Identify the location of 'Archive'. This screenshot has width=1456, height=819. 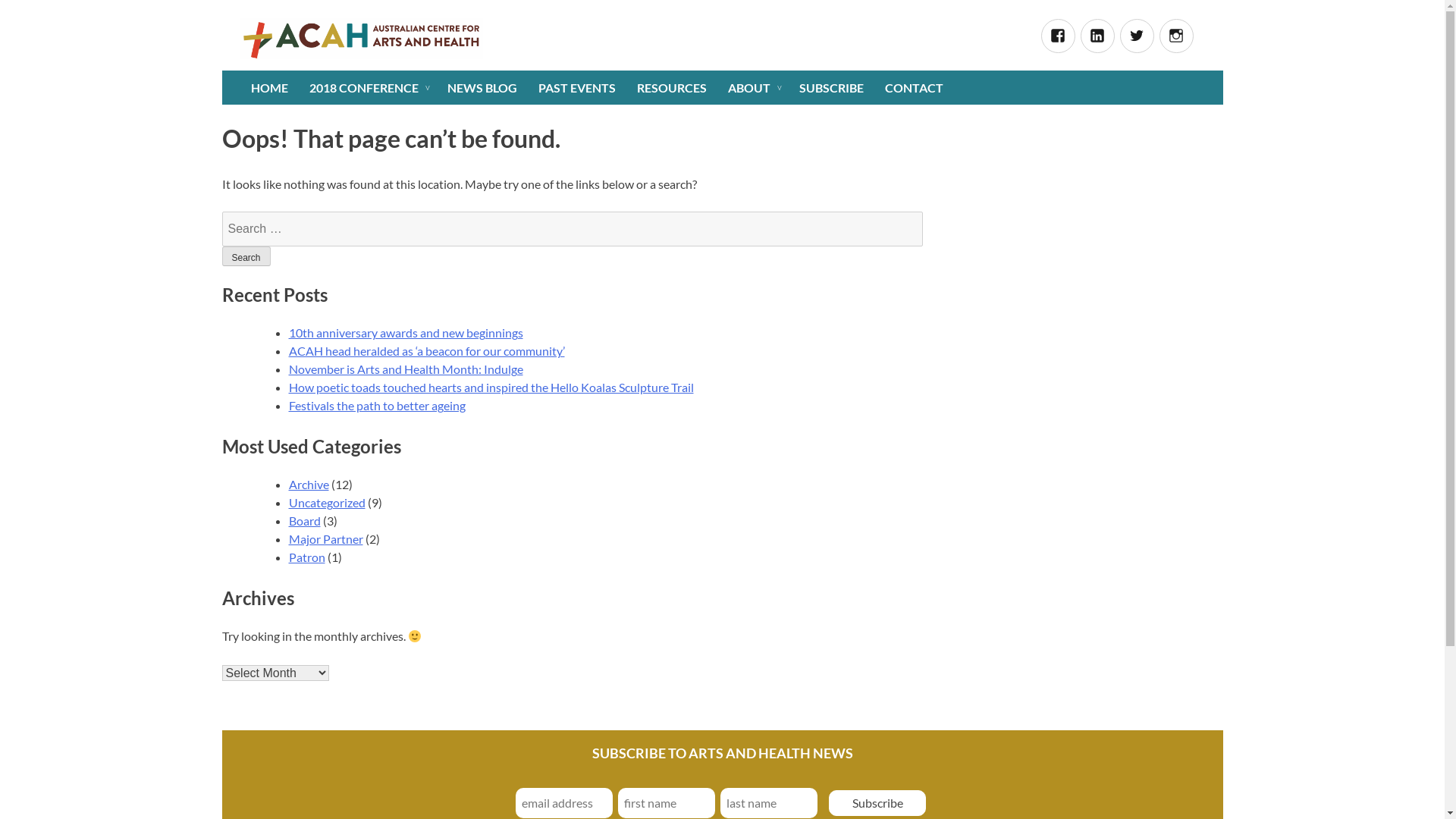
(307, 484).